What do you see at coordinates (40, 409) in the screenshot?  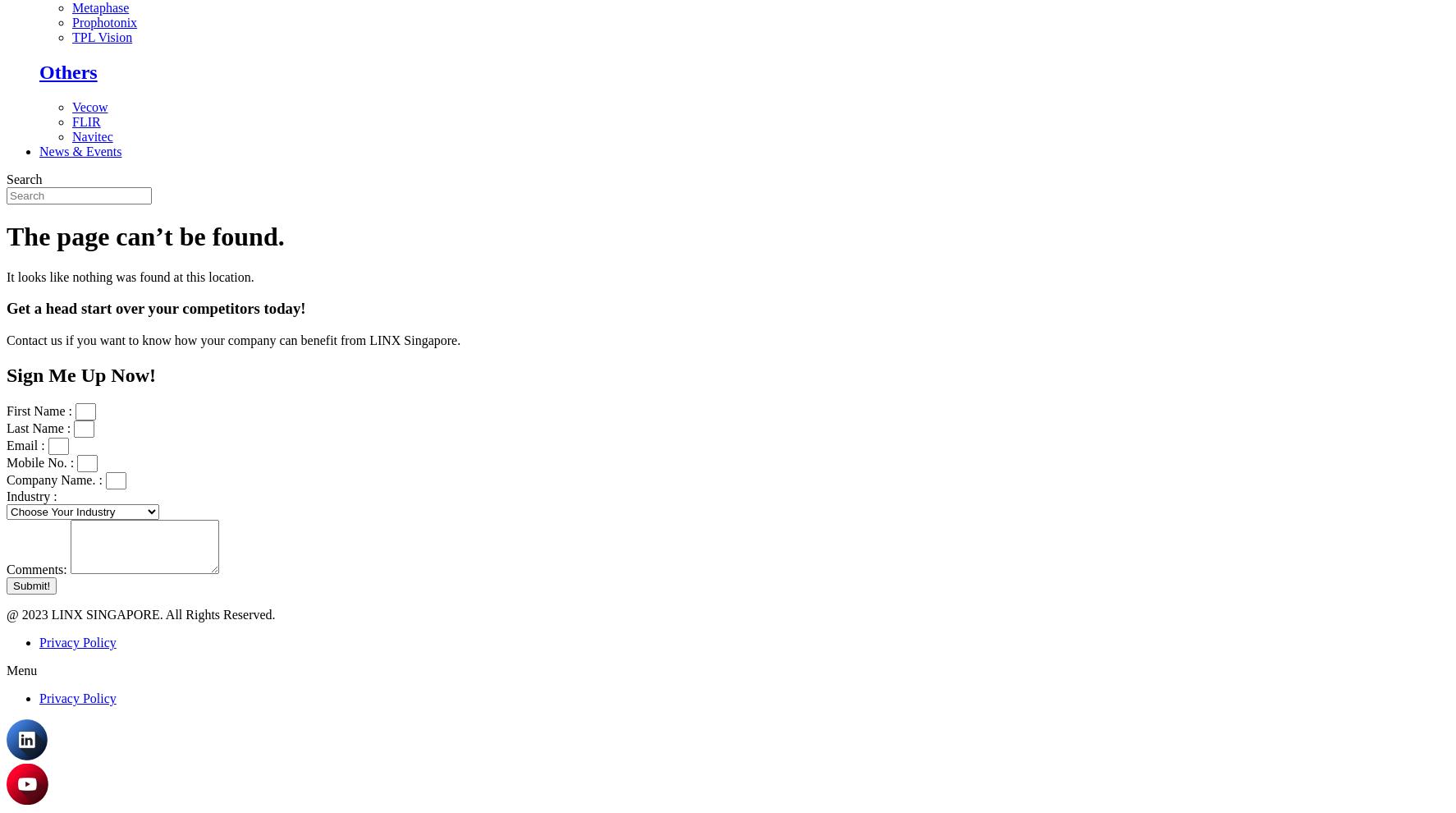 I see `'First Name :'` at bounding box center [40, 409].